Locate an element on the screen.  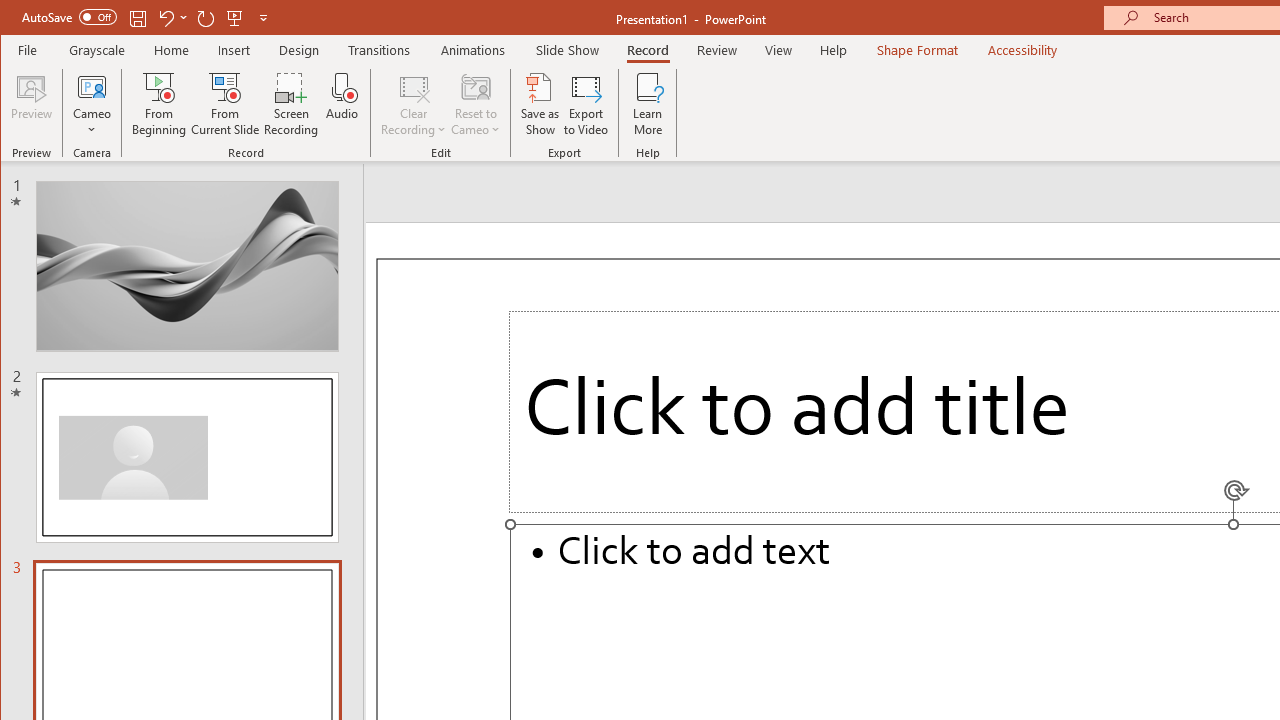
'Cameo' is located at coordinates (91, 85).